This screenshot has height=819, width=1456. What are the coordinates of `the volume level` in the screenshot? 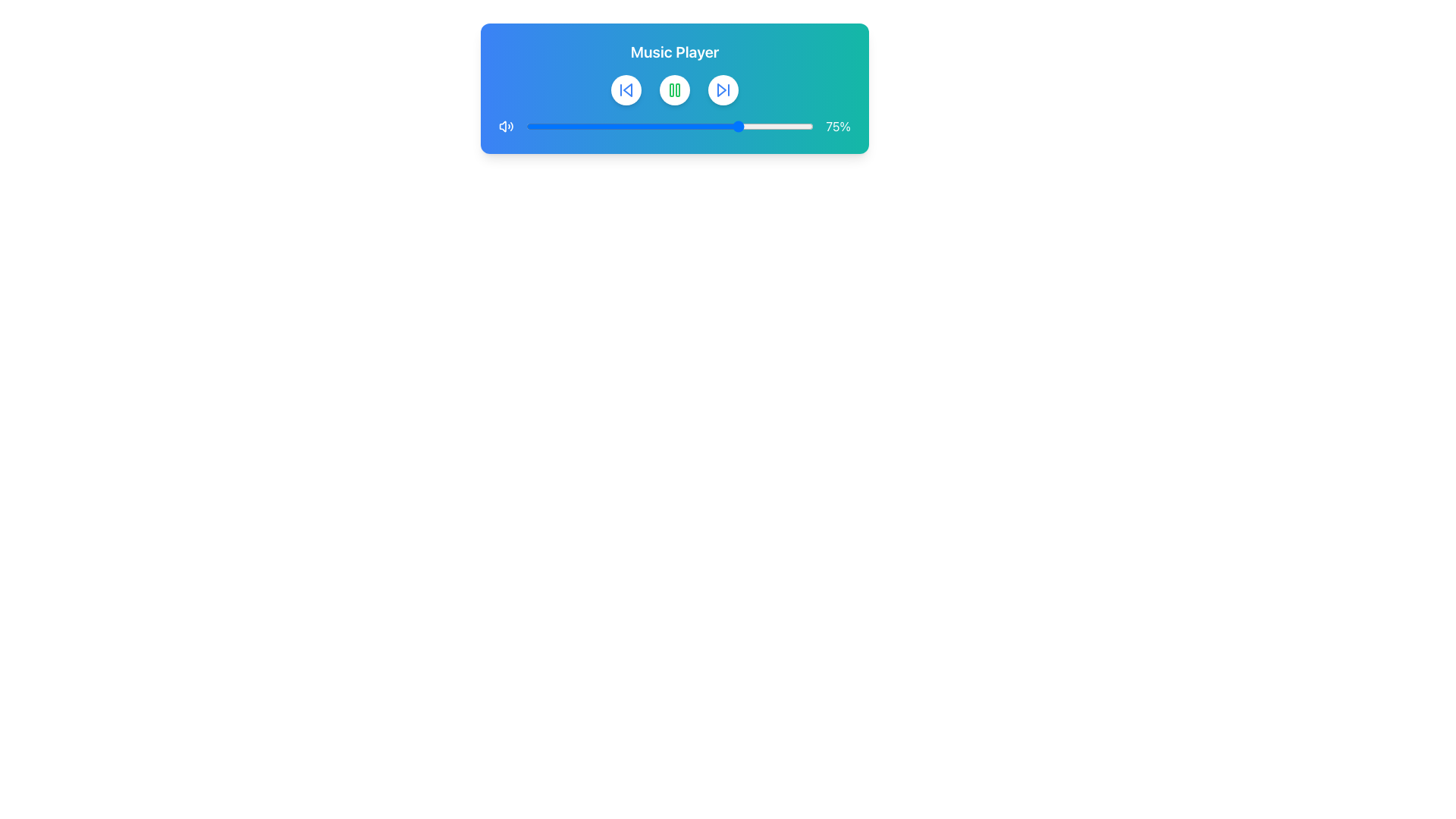 It's located at (626, 125).